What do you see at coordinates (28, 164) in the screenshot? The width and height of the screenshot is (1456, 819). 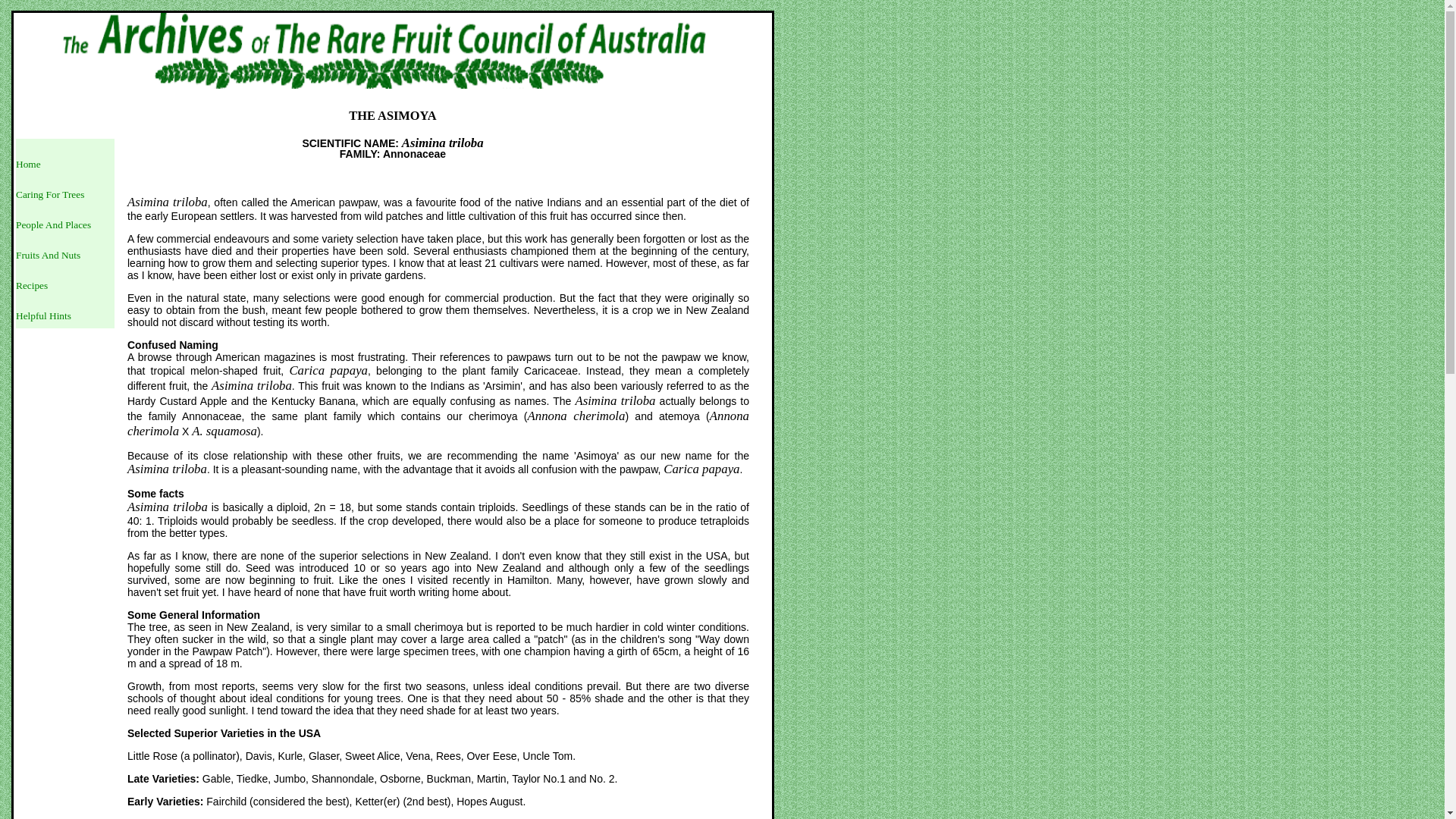 I see `'Home'` at bounding box center [28, 164].